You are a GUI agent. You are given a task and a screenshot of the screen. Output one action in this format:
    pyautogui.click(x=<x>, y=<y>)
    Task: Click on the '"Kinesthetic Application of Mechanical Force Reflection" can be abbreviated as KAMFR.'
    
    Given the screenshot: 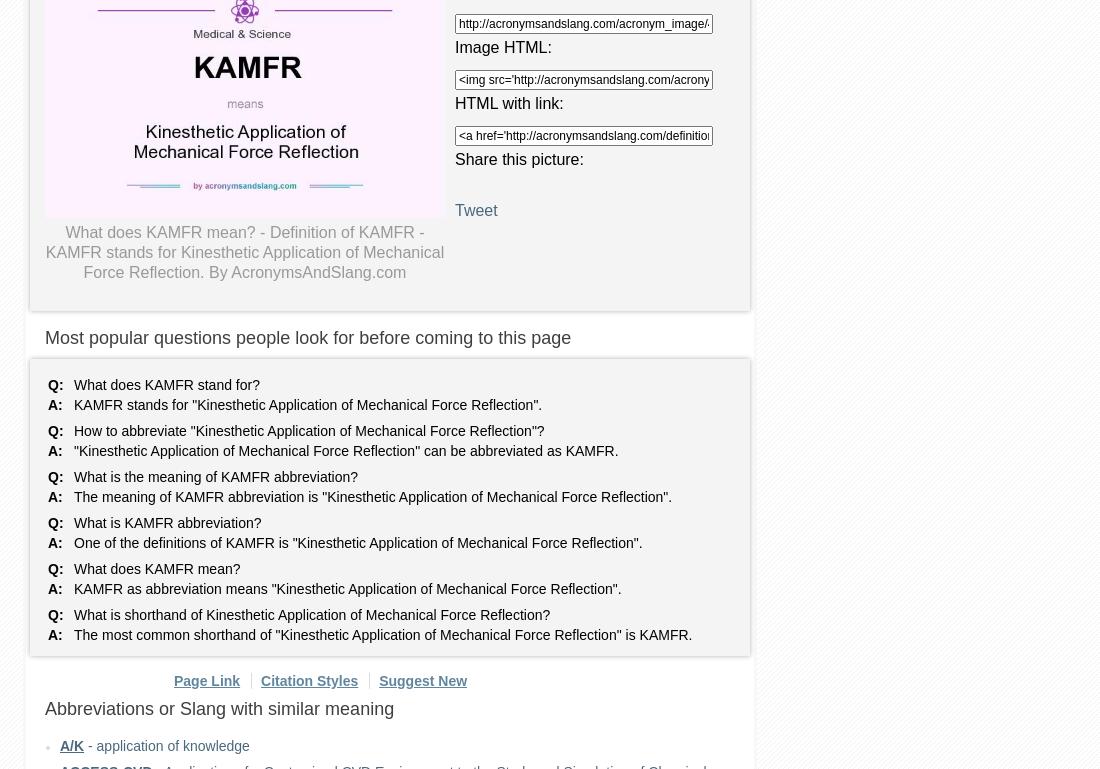 What is the action you would take?
    pyautogui.click(x=345, y=451)
    